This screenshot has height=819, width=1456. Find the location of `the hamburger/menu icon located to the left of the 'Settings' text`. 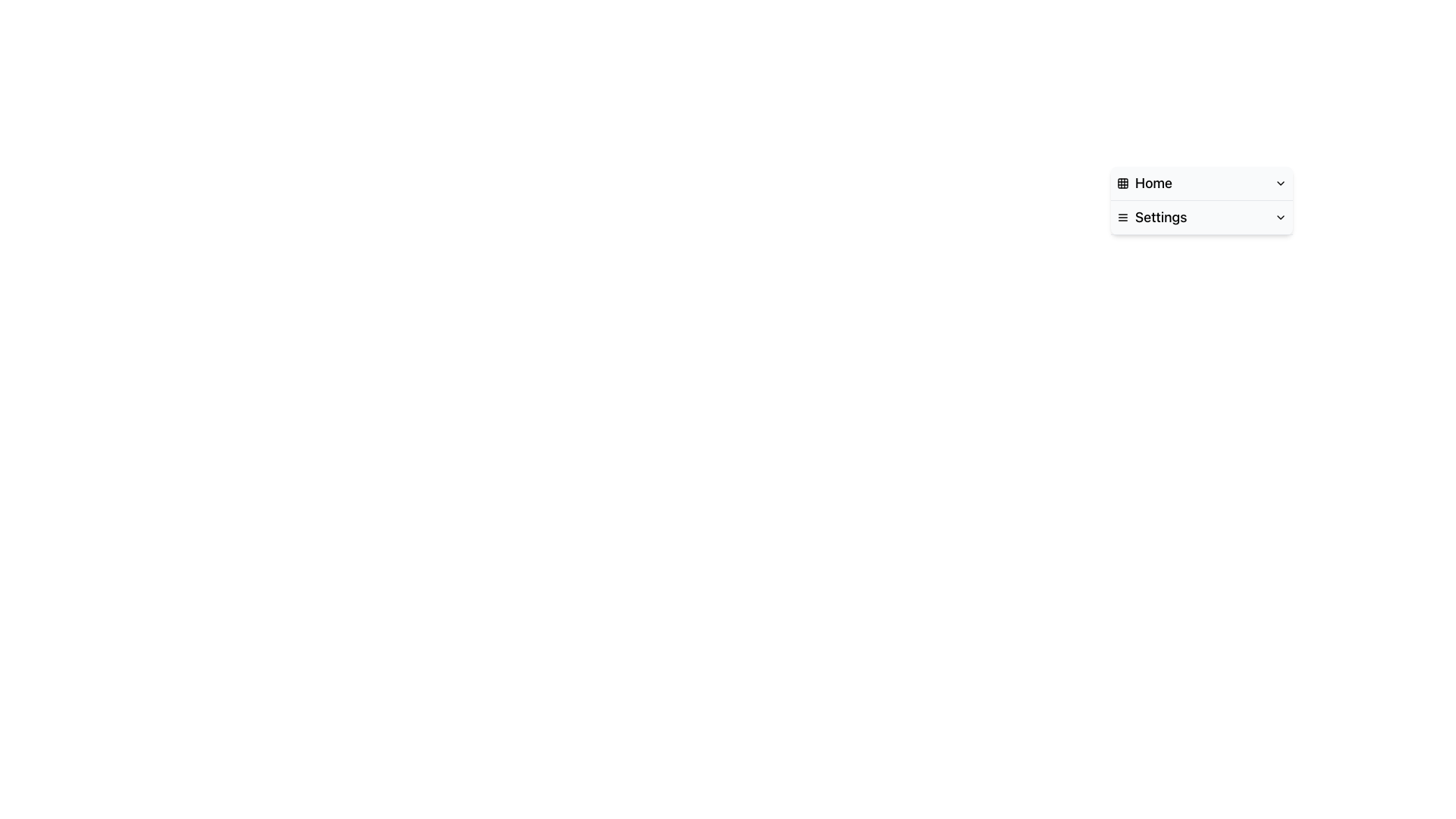

the hamburger/menu icon located to the left of the 'Settings' text is located at coordinates (1123, 217).